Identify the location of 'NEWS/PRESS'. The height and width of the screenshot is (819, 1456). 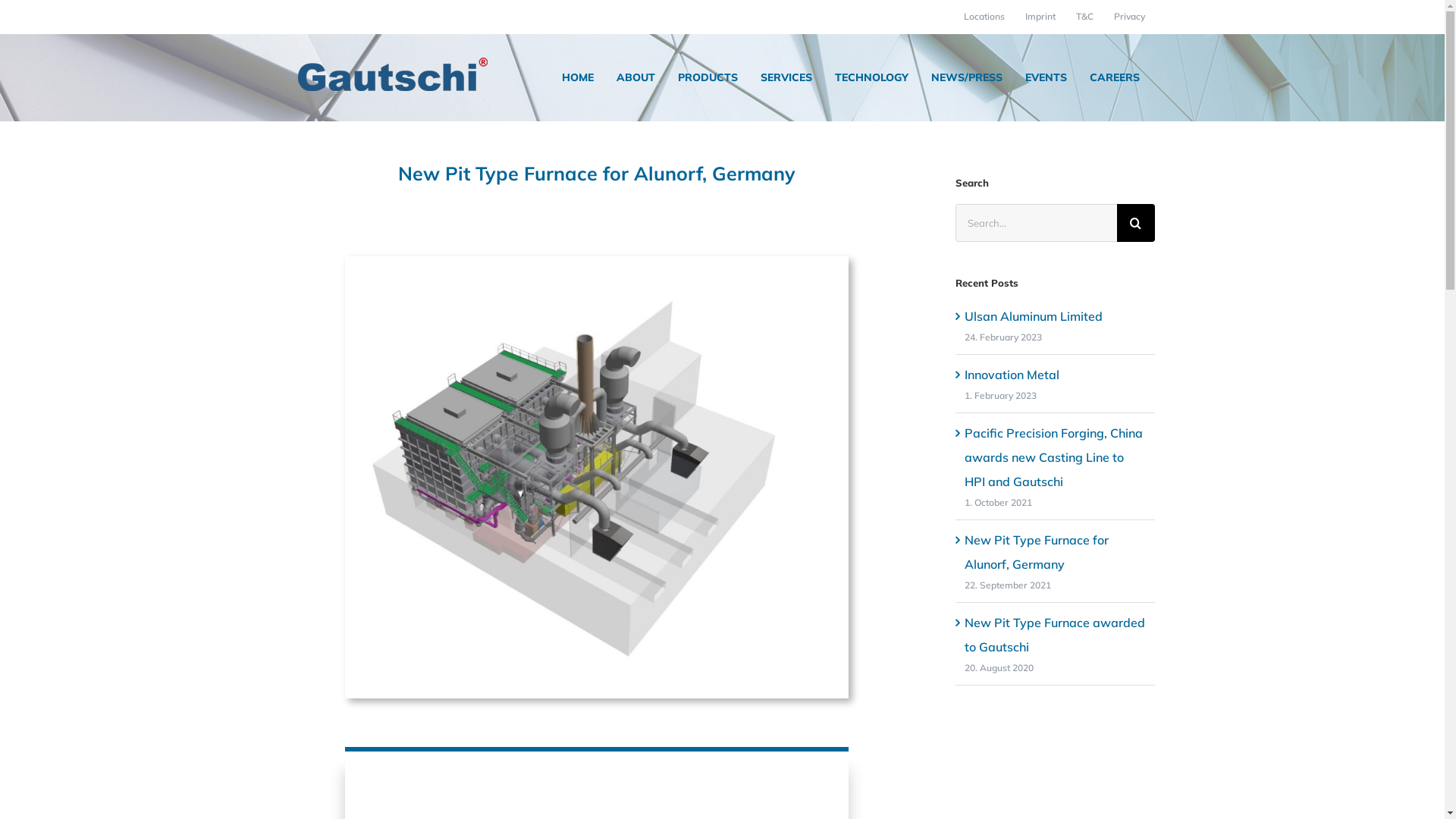
(966, 77).